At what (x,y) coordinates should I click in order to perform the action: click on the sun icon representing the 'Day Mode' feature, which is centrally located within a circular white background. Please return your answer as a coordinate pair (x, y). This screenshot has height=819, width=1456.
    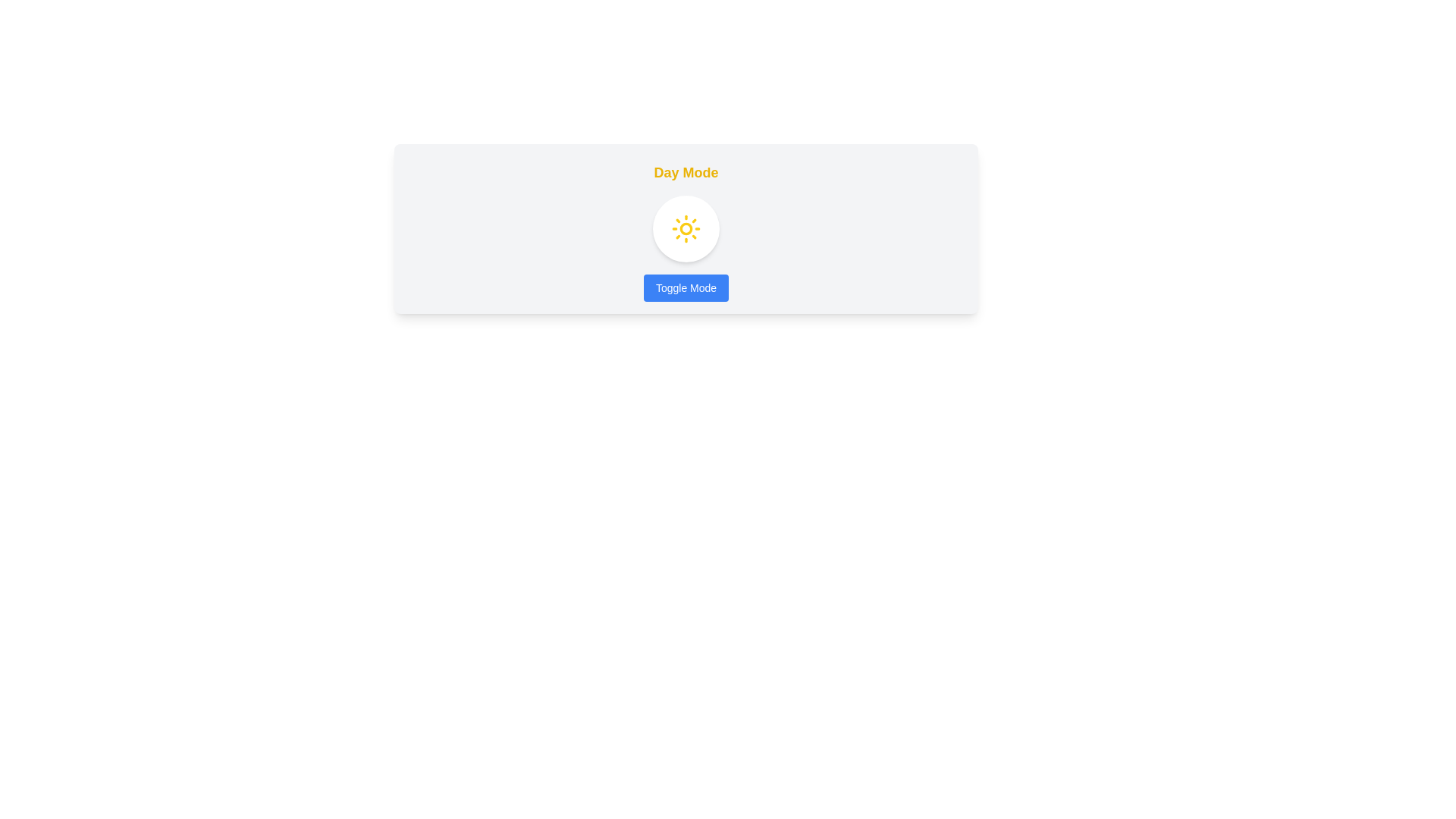
    Looking at the image, I should click on (686, 228).